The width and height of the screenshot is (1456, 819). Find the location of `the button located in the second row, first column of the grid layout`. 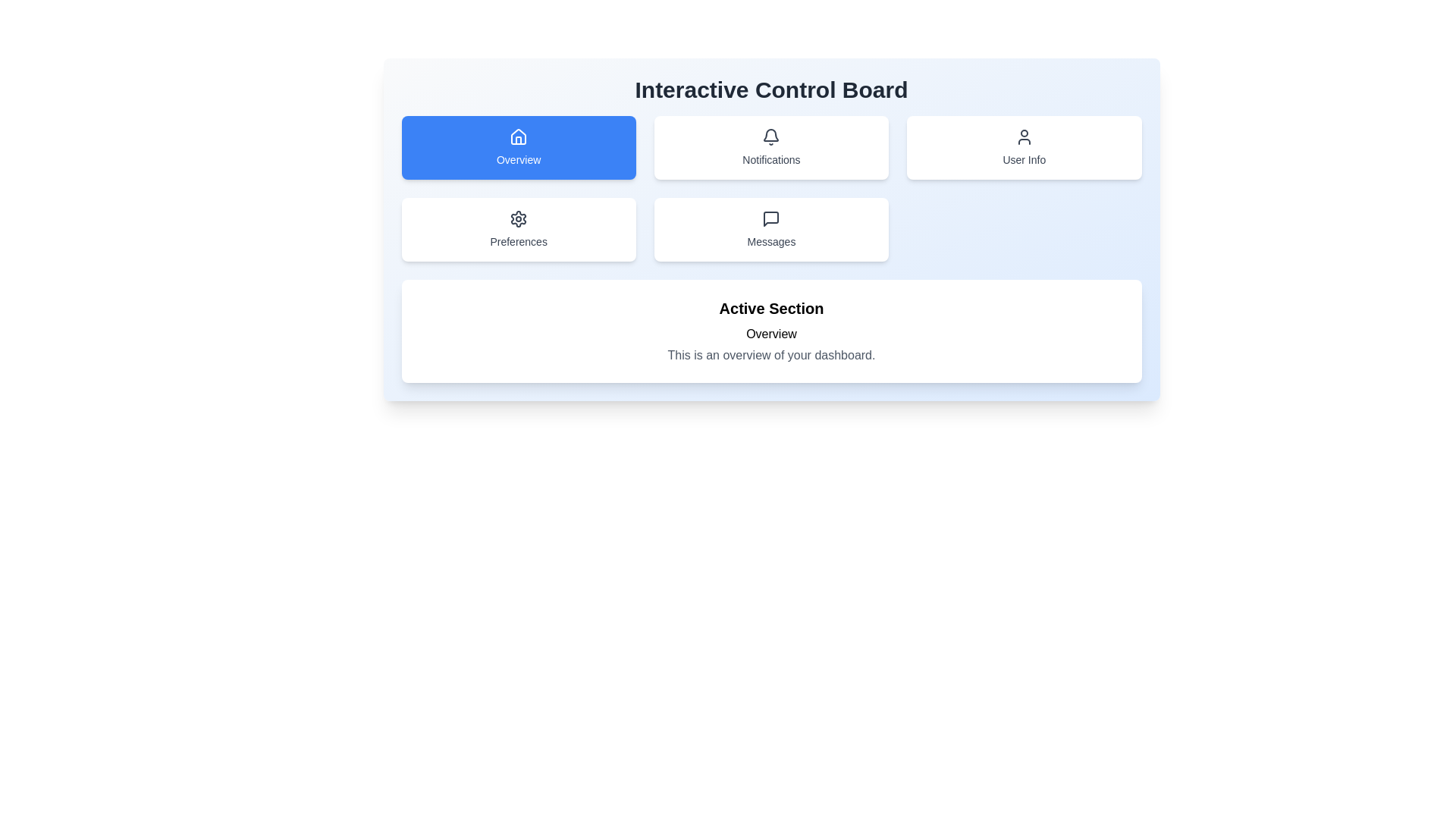

the button located in the second row, first column of the grid layout is located at coordinates (519, 230).